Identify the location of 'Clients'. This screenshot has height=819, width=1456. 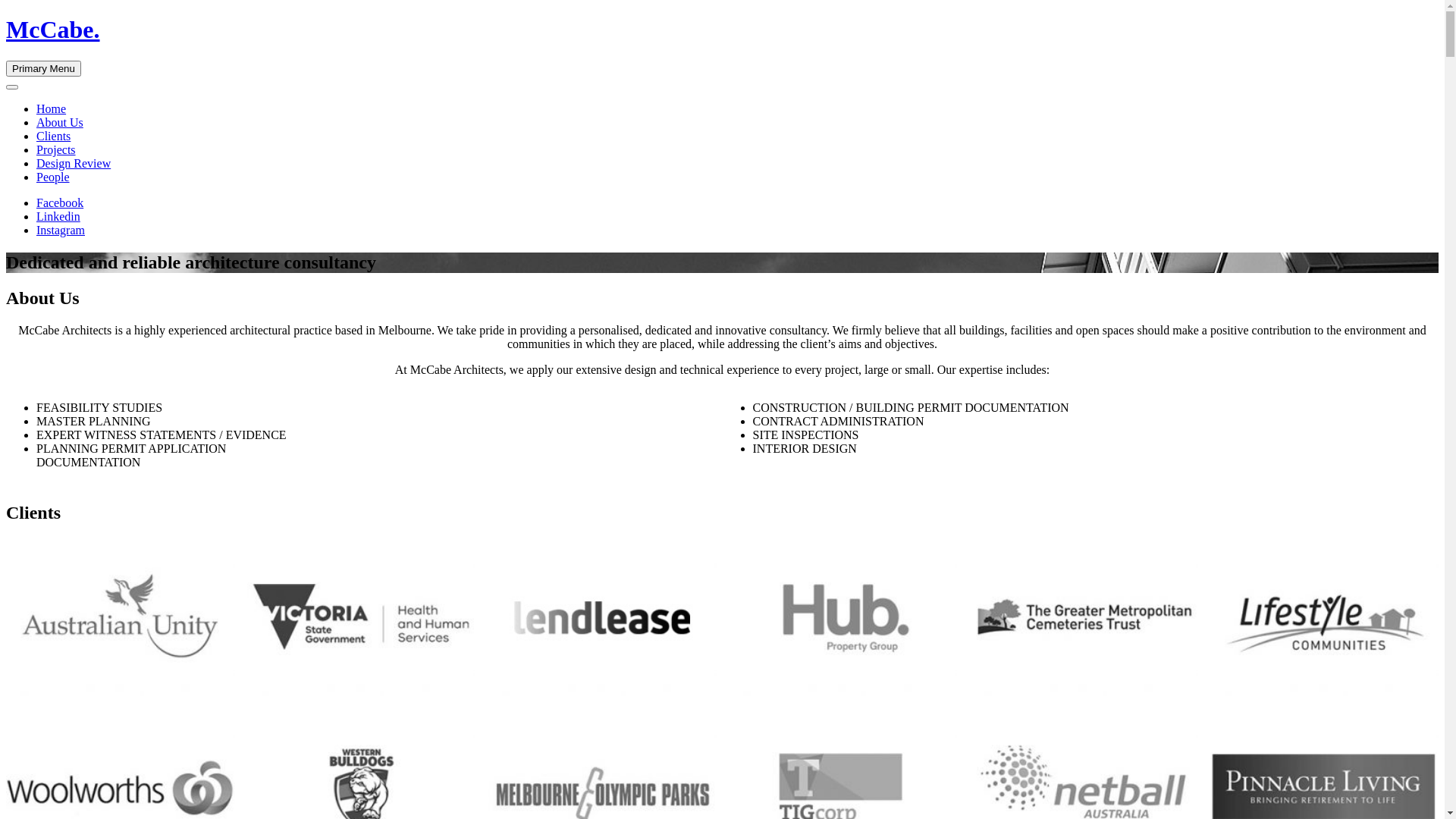
(53, 135).